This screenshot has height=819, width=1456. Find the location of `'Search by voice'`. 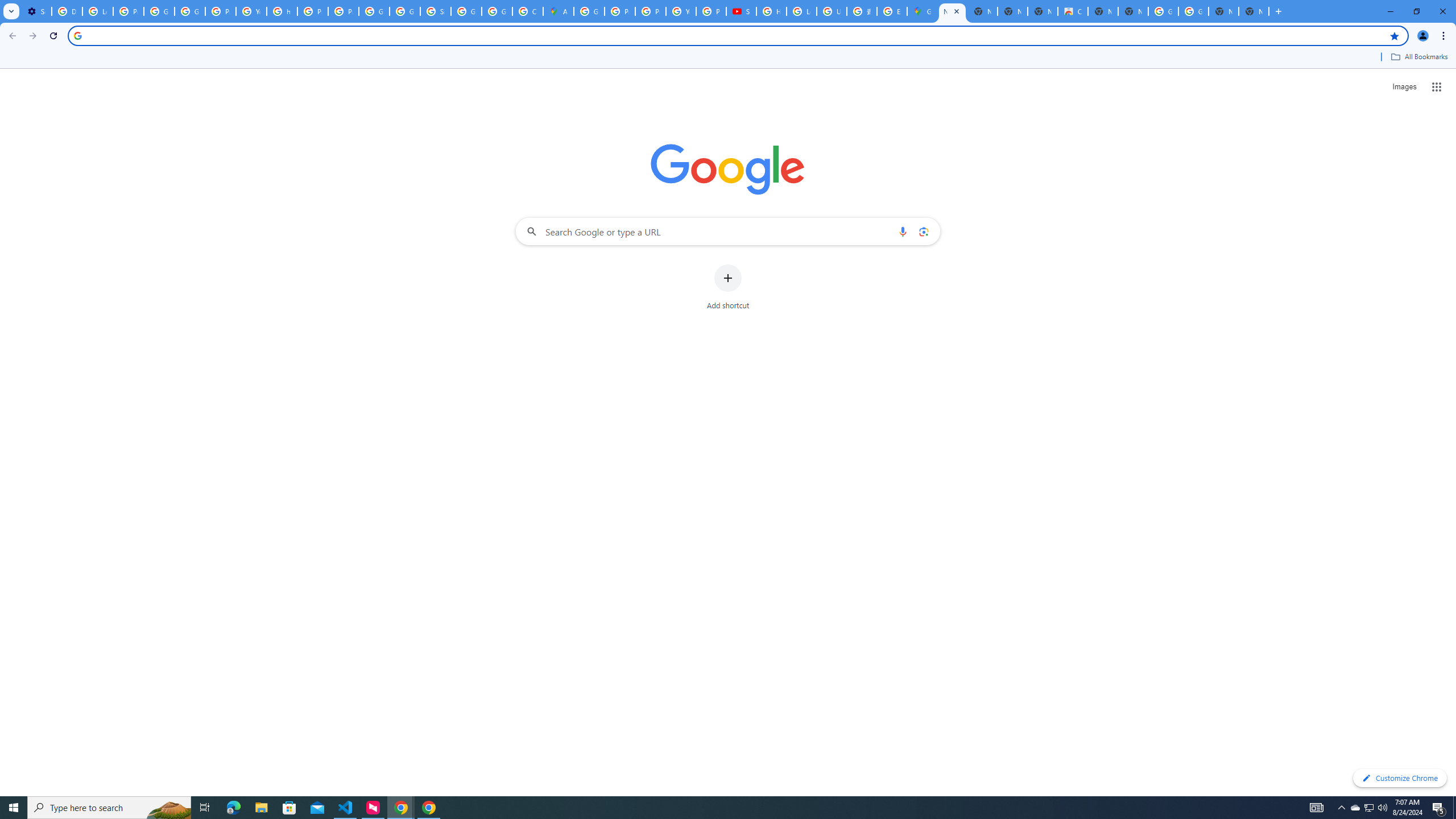

'Search by voice' is located at coordinates (902, 230).